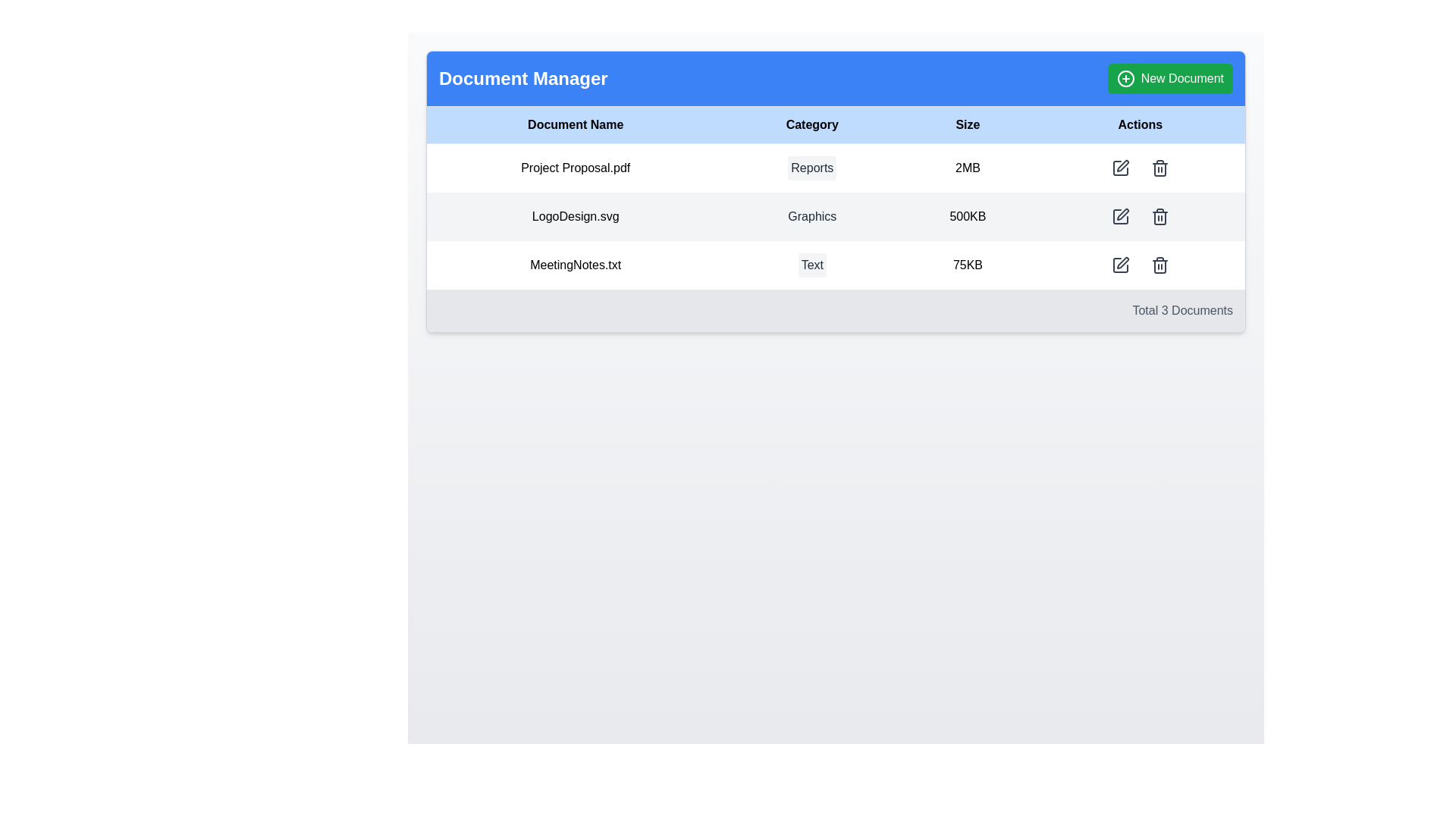  What do you see at coordinates (1120, 168) in the screenshot?
I see `the editing icon button located in the 'Actions' column of the first row, next to the 'Size' column displaying '2MB' and horizontally aligned with 'Project Proposal.pdf' to initiate editing` at bounding box center [1120, 168].